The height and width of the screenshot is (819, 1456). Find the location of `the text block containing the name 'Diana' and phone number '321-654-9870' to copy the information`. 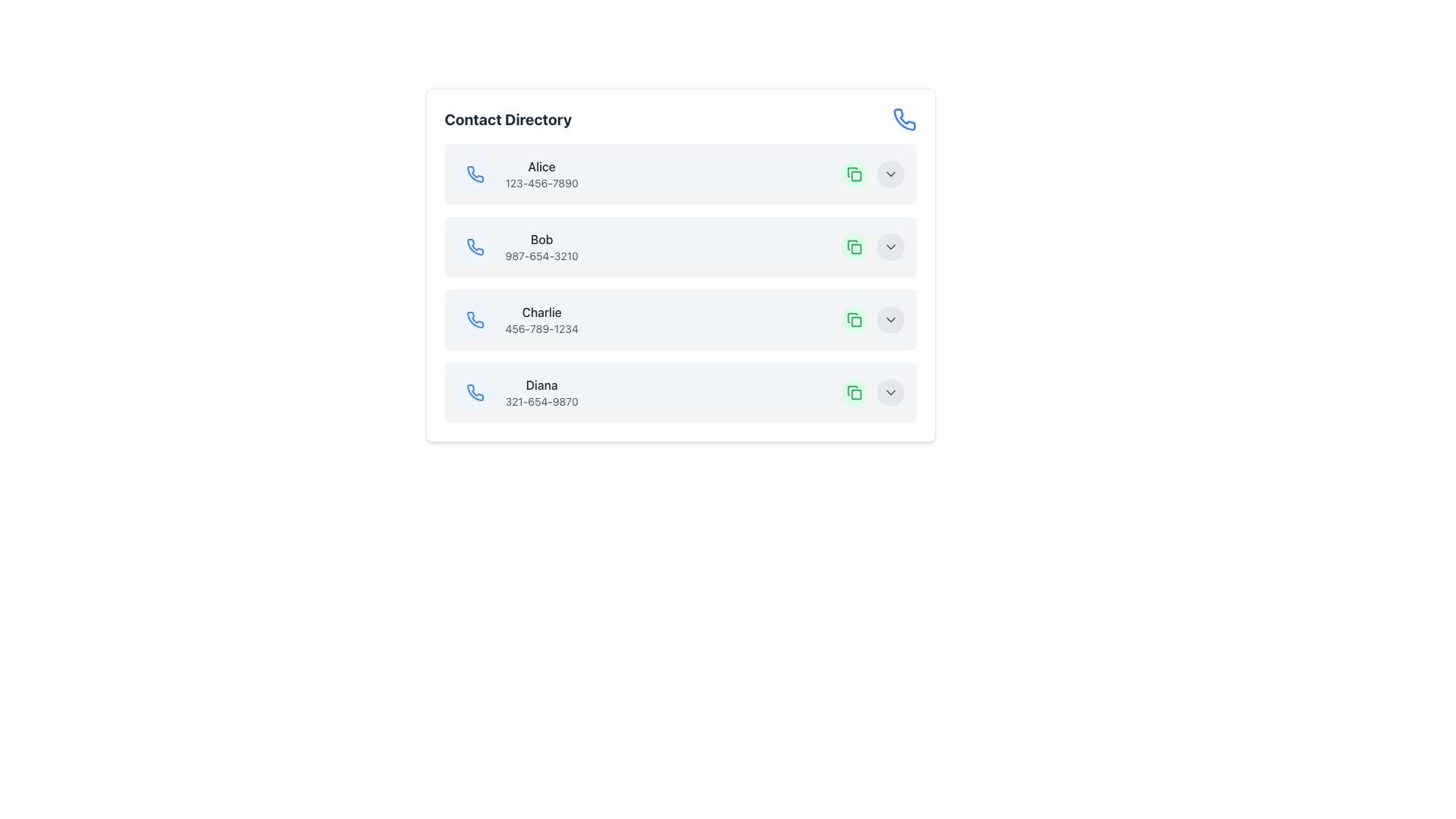

the text block containing the name 'Diana' and phone number '321-654-9870' to copy the information is located at coordinates (541, 391).